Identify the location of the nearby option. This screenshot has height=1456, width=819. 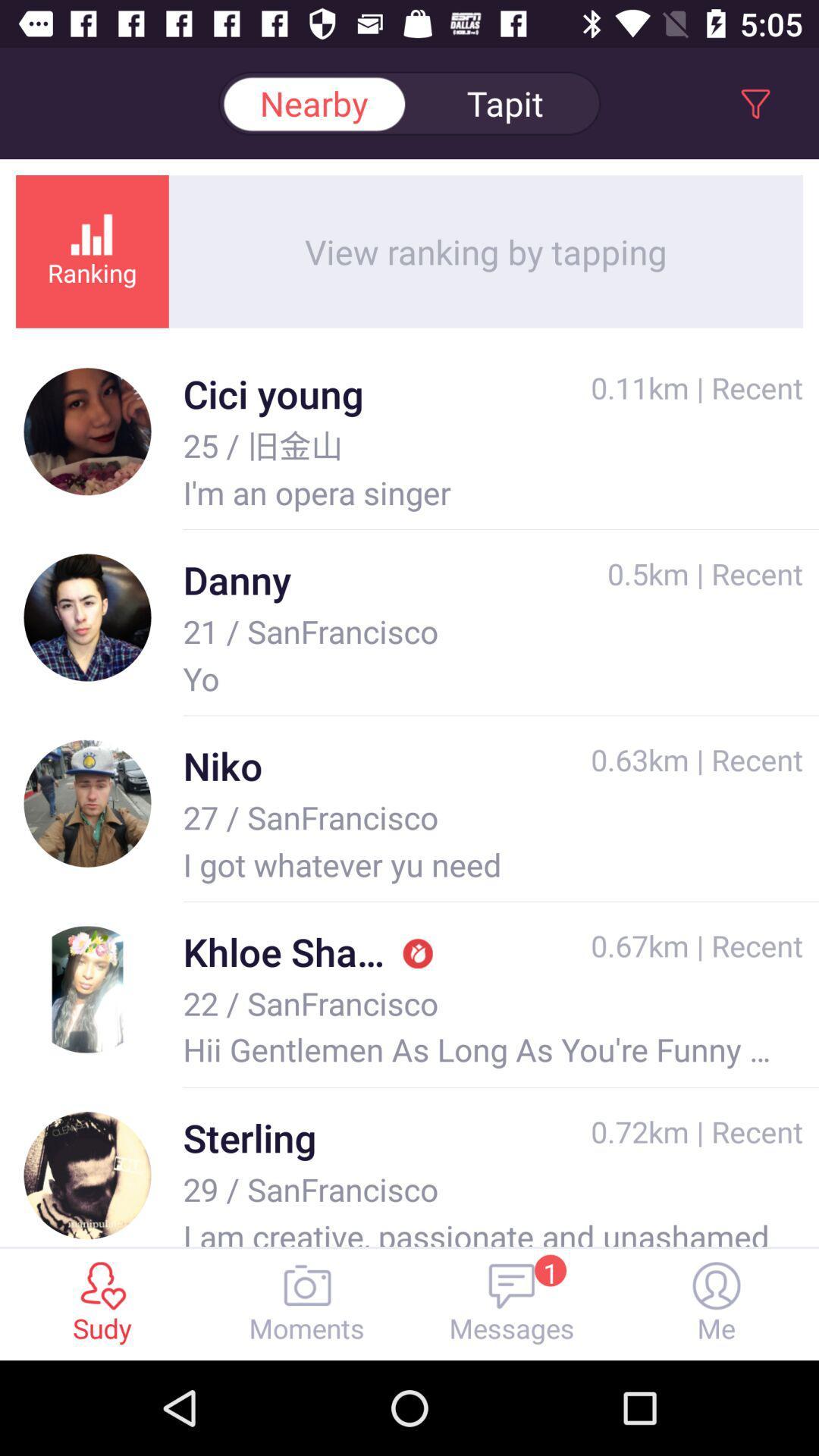
(312, 103).